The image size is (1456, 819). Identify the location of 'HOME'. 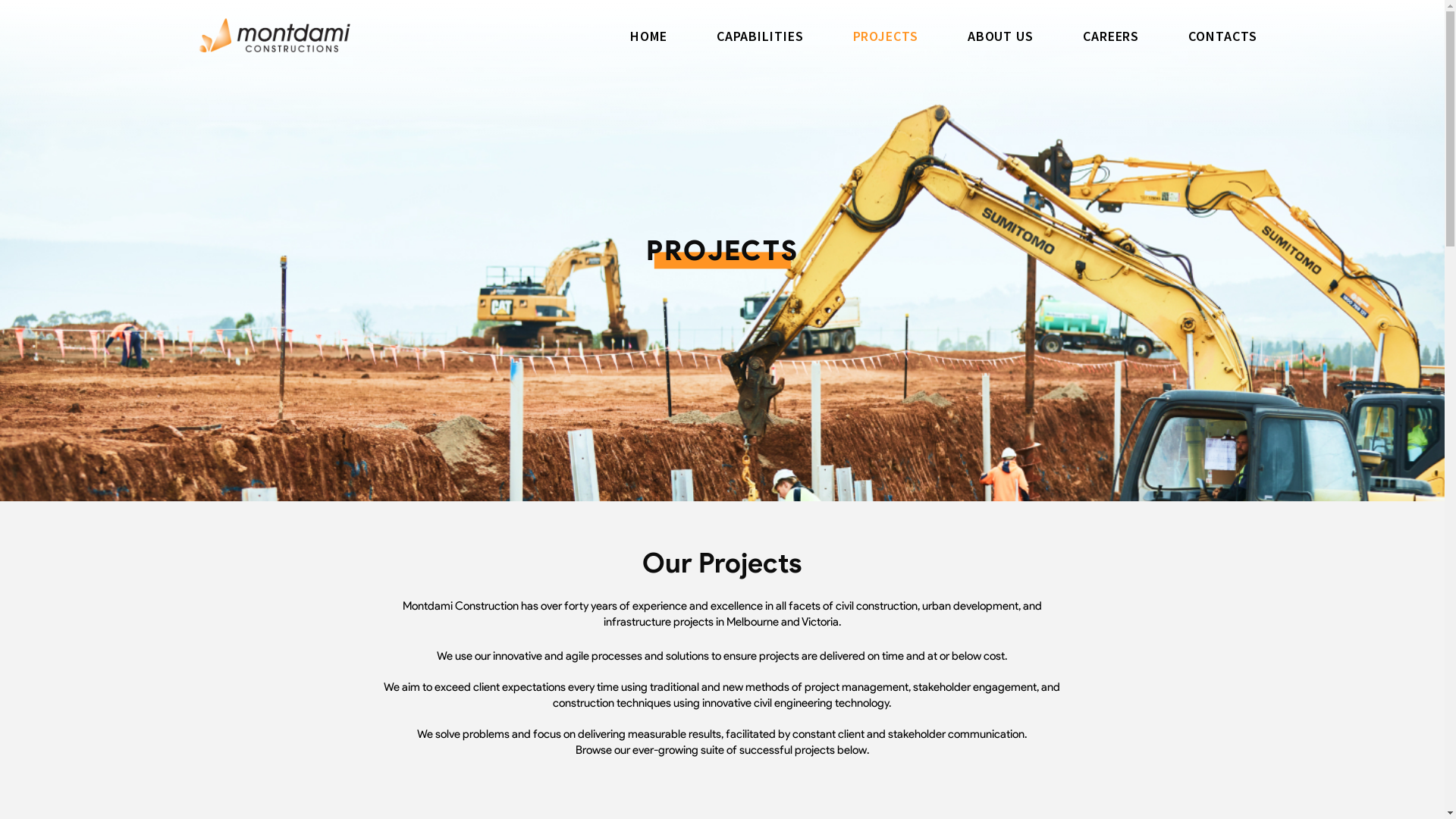
(648, 35).